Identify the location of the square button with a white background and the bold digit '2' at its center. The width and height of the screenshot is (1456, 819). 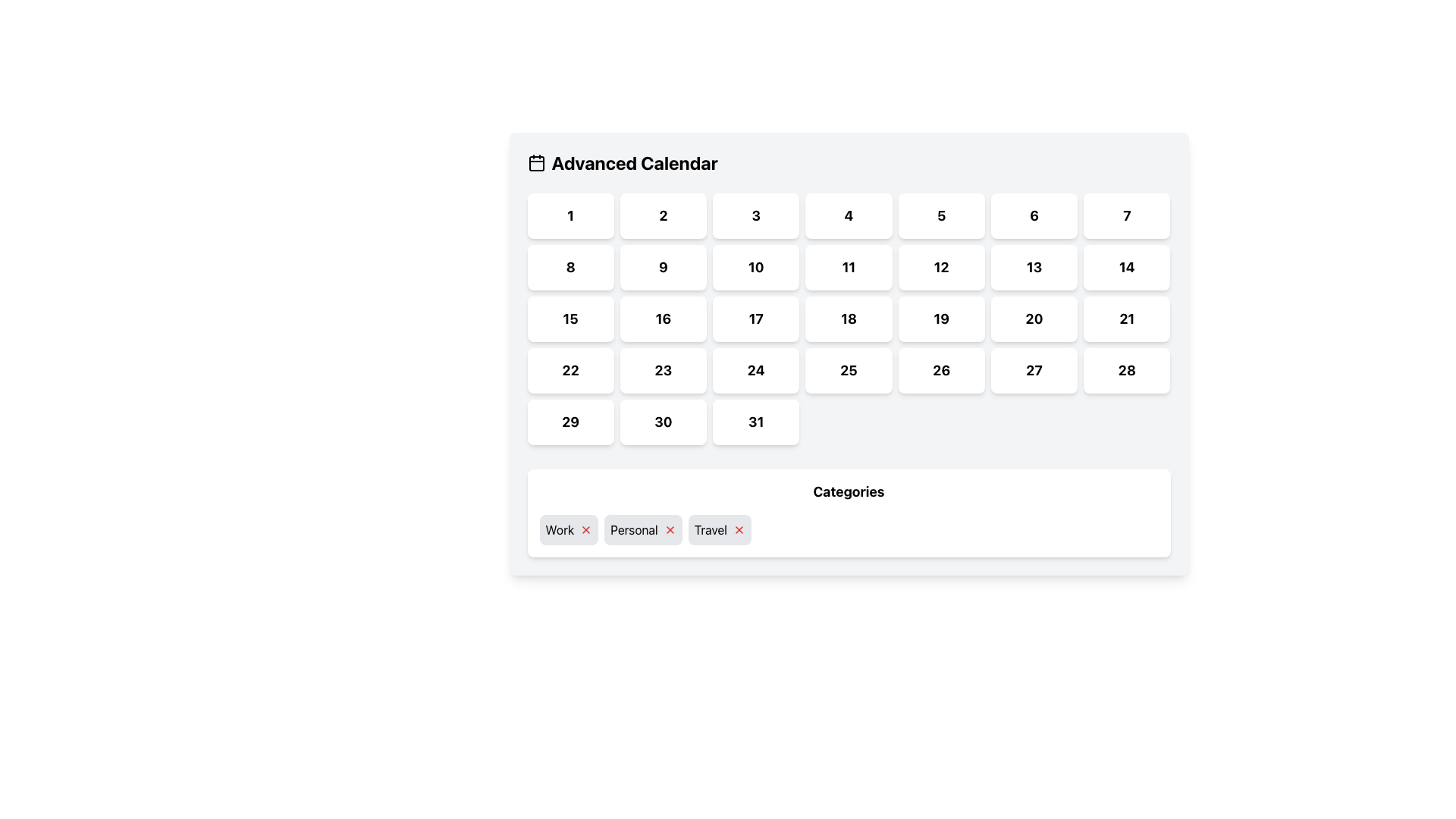
(663, 216).